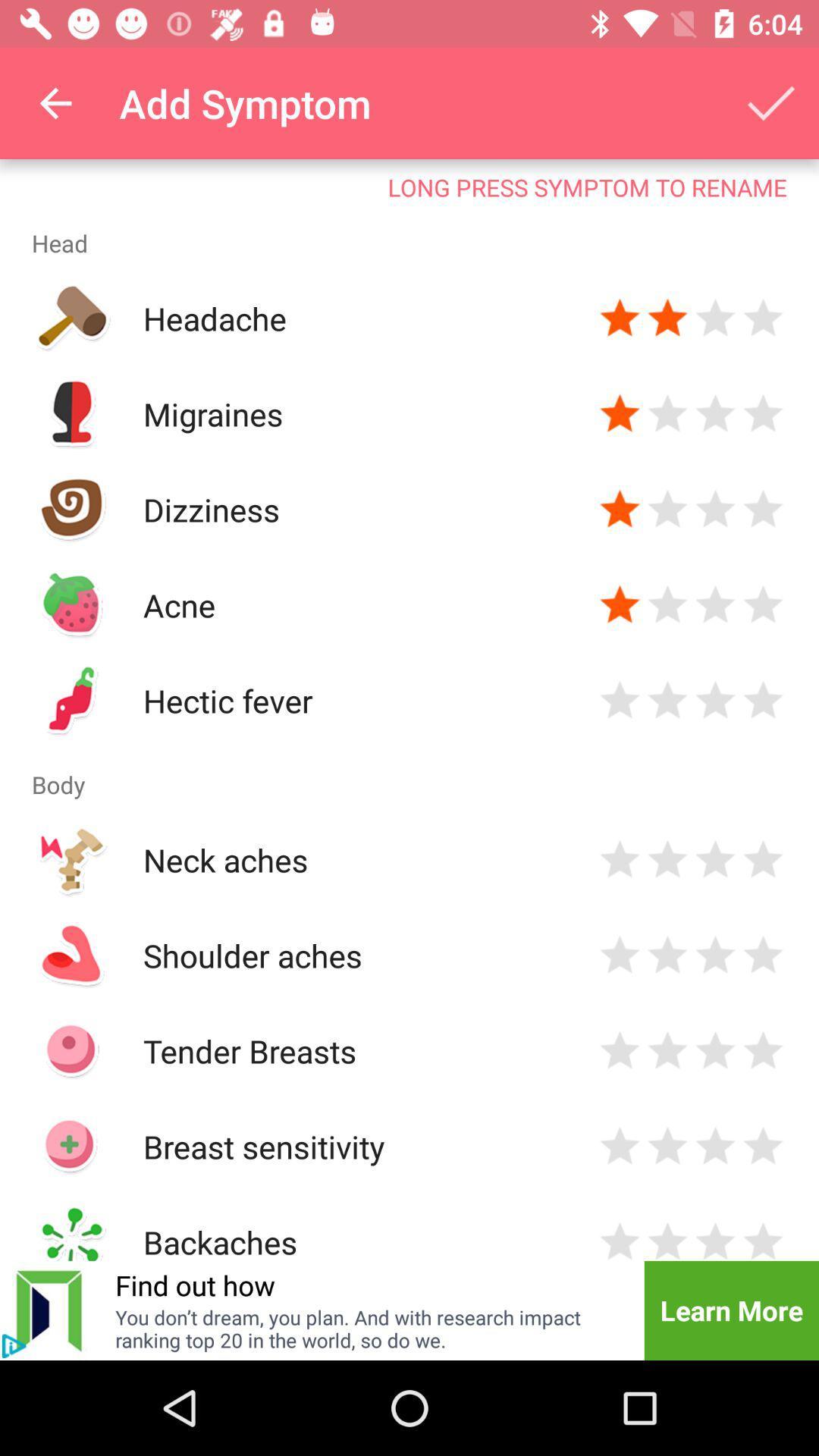 This screenshot has height=1456, width=819. I want to click on rate headache 2 stars, so click(667, 318).